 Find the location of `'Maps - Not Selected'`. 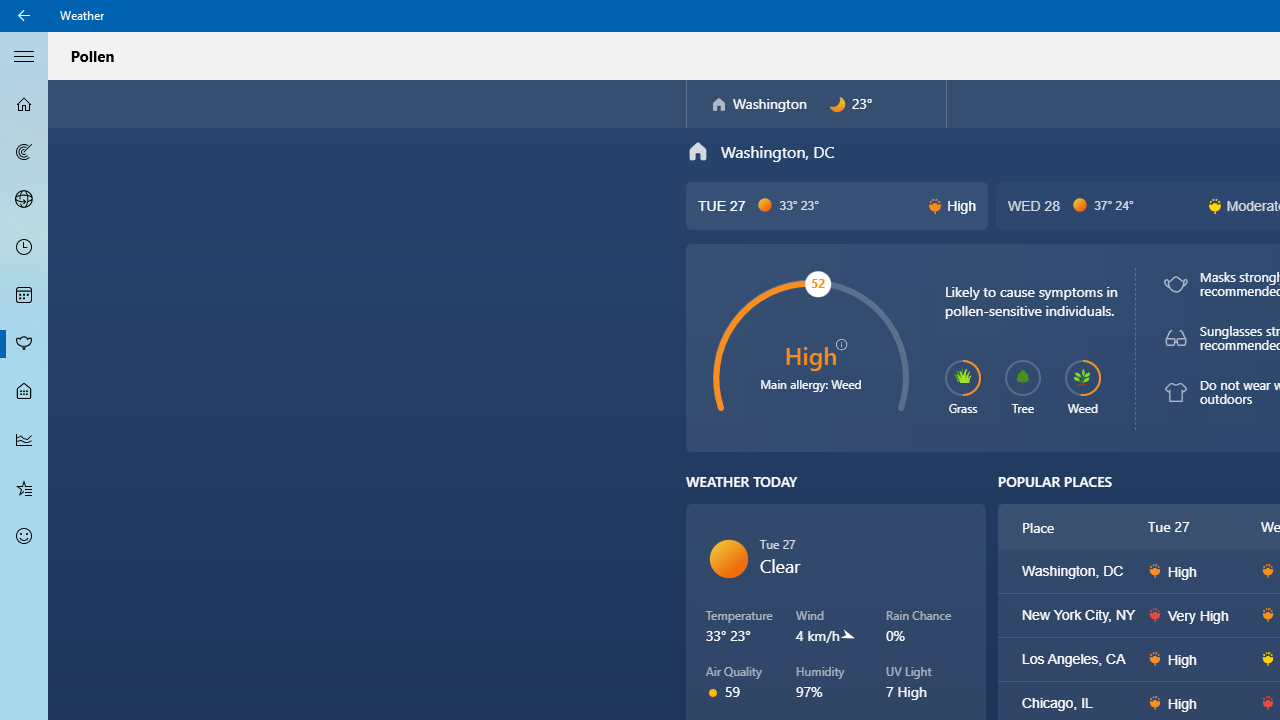

'Maps - Not Selected' is located at coordinates (24, 150).